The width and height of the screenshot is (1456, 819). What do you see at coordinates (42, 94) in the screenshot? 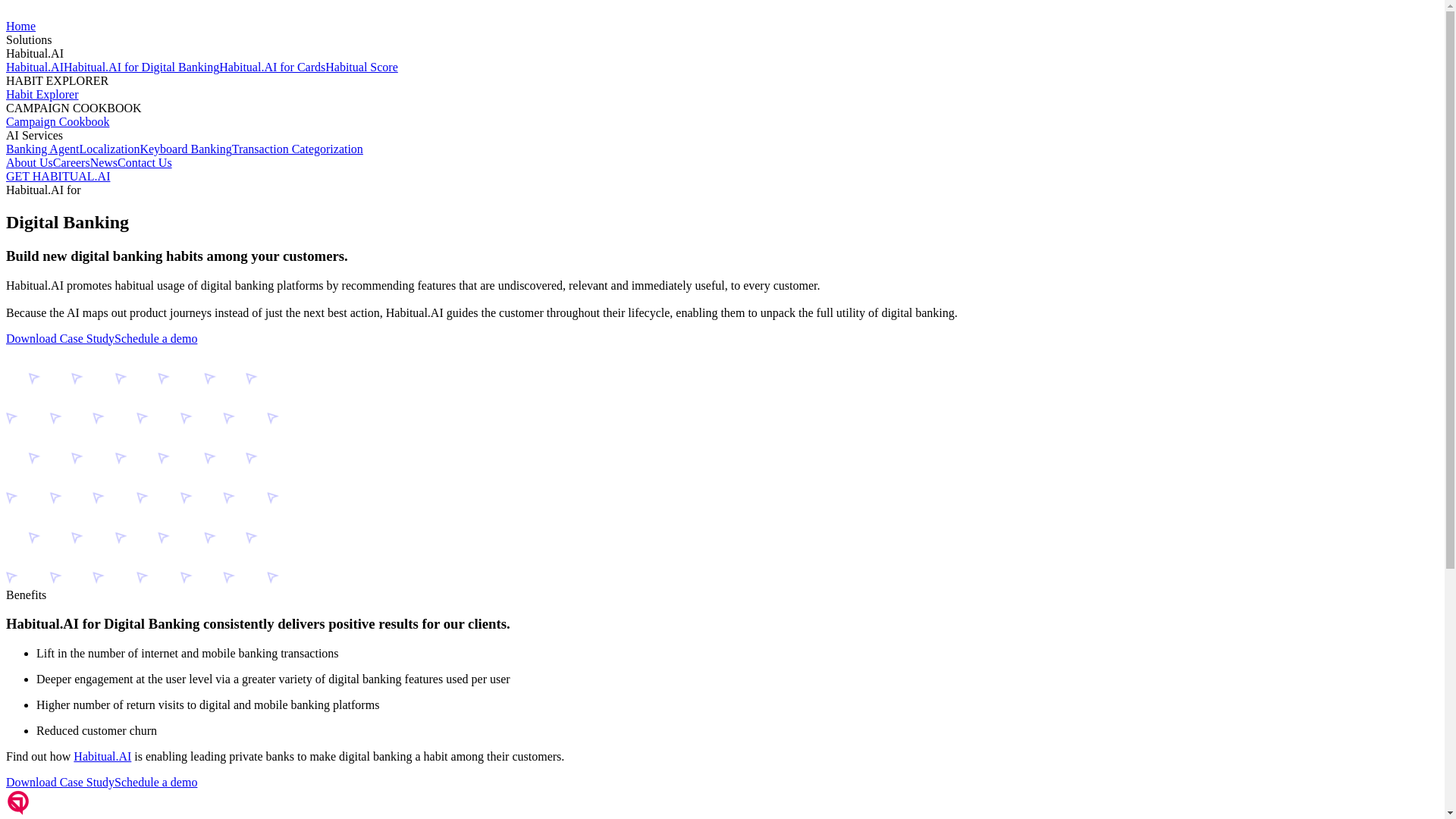
I see `'Habit Explorer'` at bounding box center [42, 94].